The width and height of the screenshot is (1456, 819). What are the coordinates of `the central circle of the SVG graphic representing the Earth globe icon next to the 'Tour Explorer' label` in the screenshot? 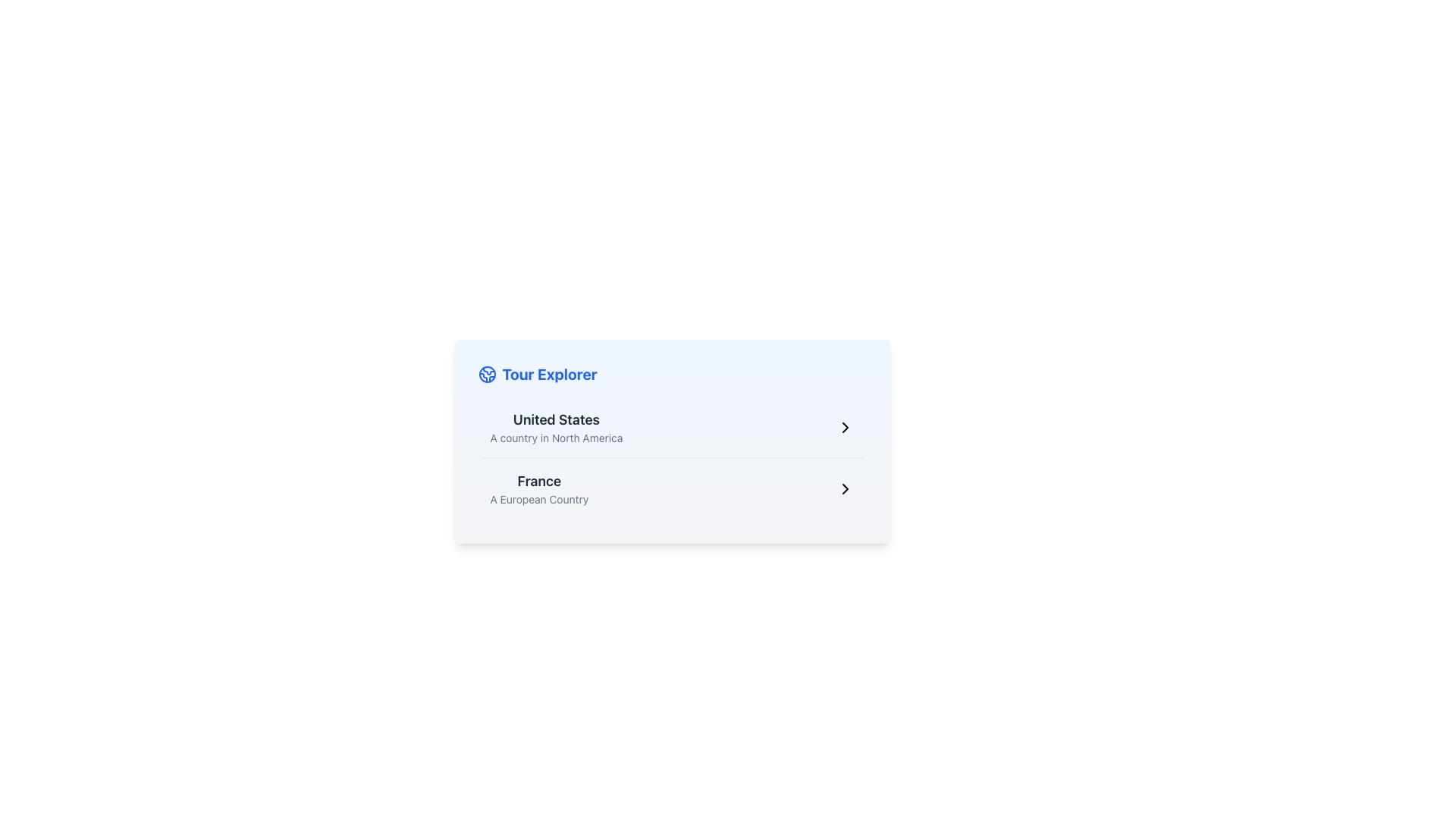 It's located at (487, 374).